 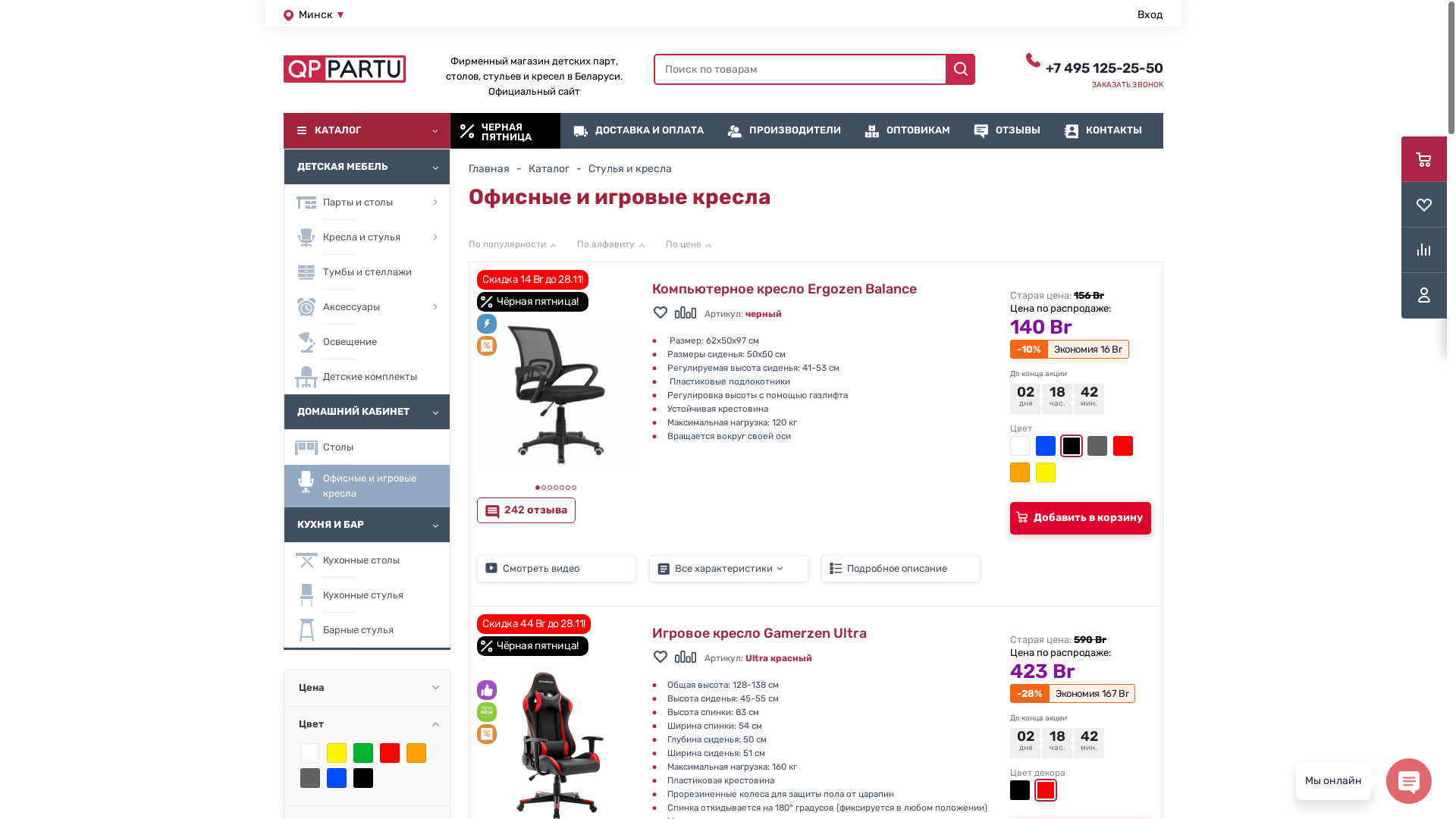 What do you see at coordinates (344, 69) in the screenshot?
I see `'qp-partu.ru'` at bounding box center [344, 69].